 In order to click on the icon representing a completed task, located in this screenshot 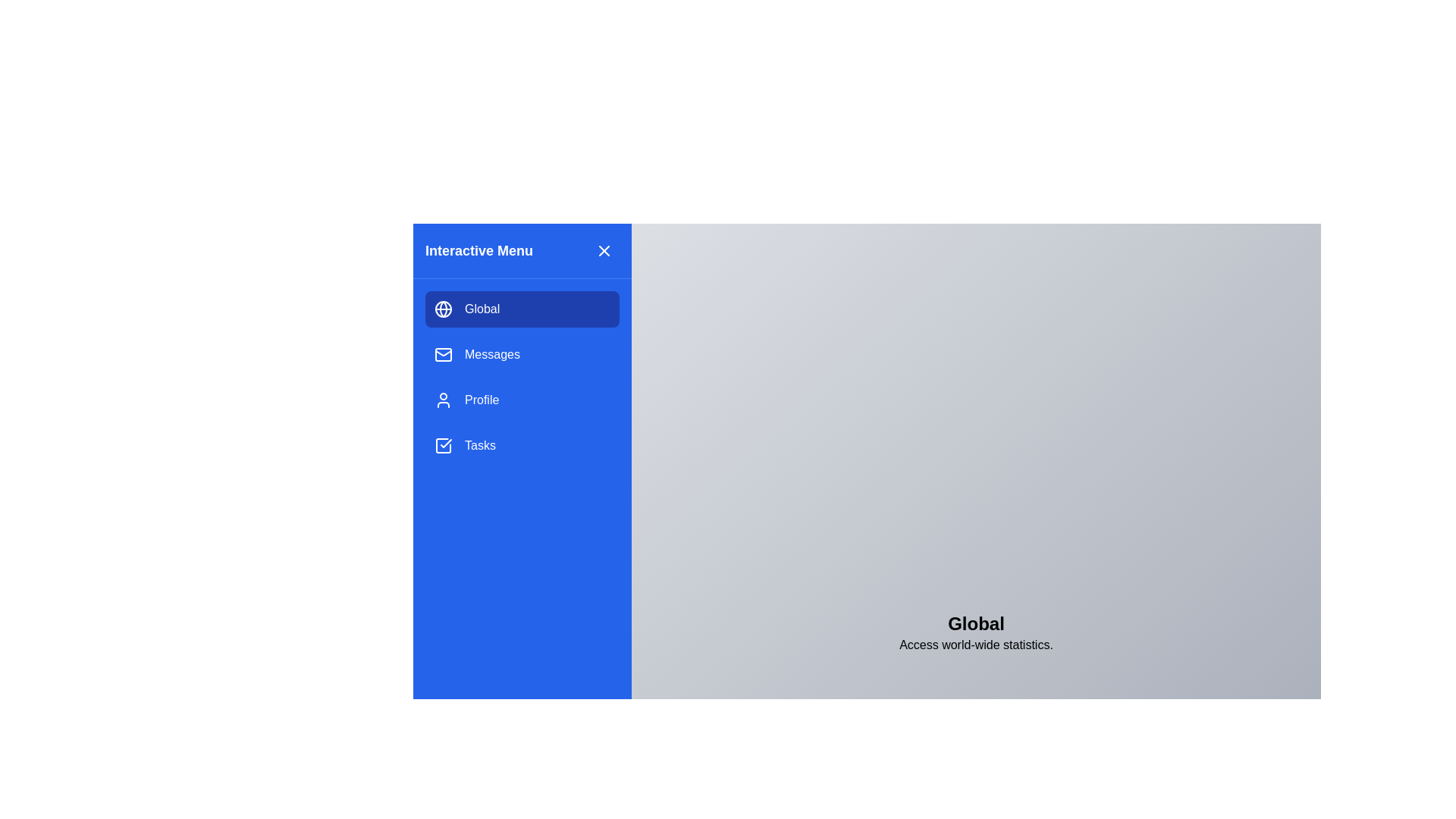, I will do `click(443, 444)`.